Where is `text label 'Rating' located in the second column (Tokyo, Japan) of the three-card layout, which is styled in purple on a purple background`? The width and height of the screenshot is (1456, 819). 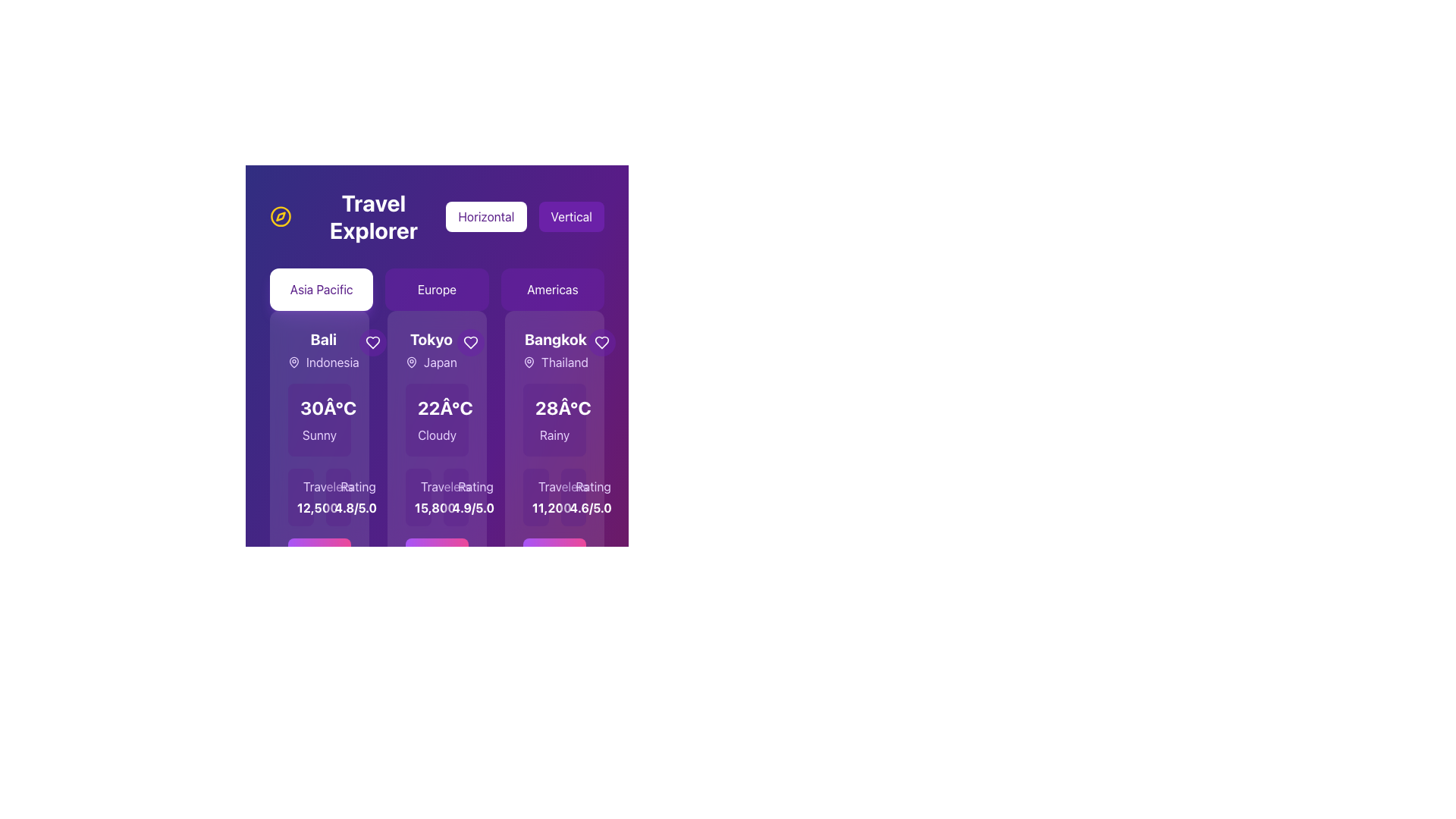 text label 'Rating' located in the second column (Tokyo, Japan) of the three-card layout, which is styled in purple on a purple background is located at coordinates (357, 486).